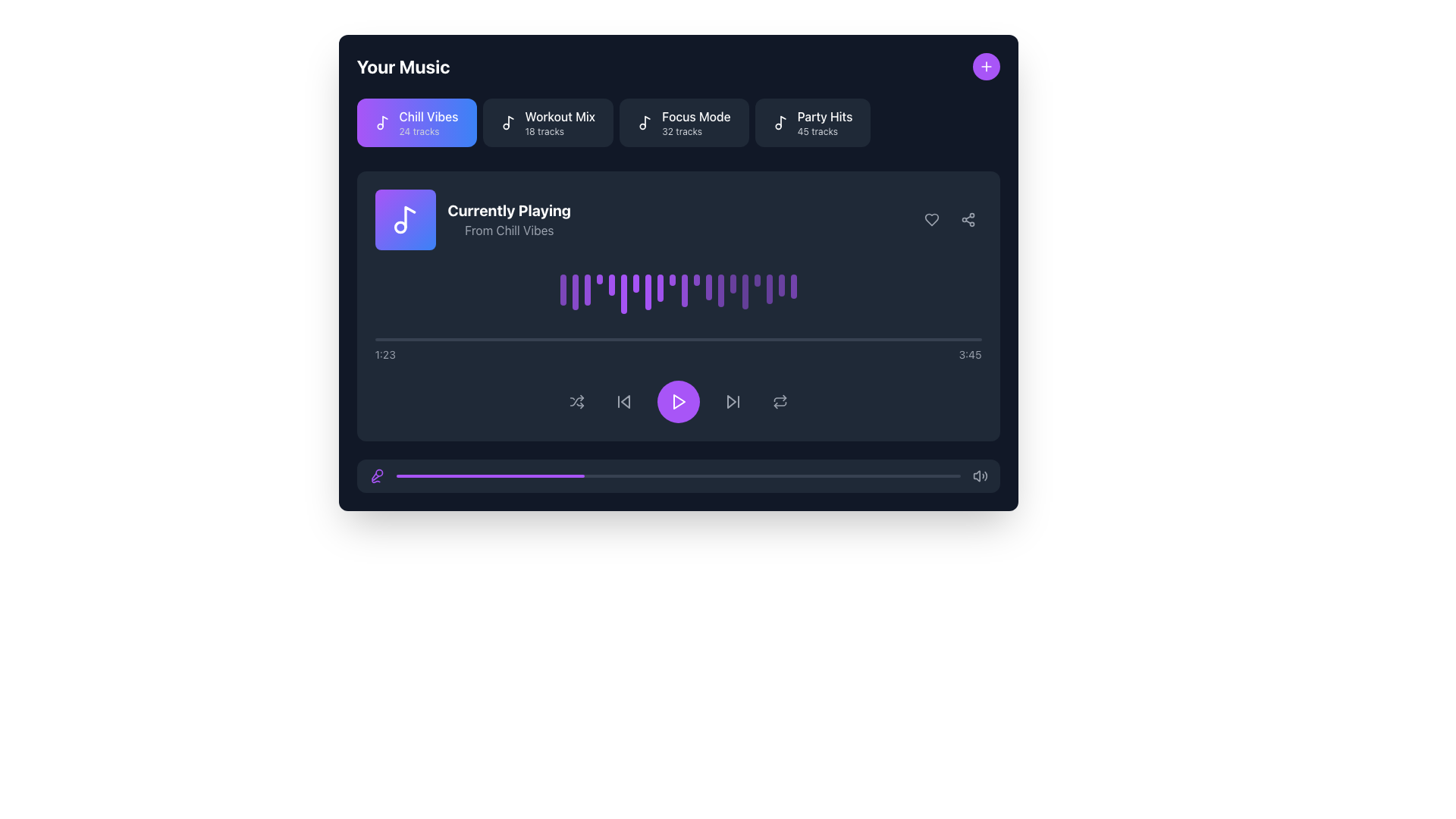 The width and height of the screenshot is (1456, 819). What do you see at coordinates (635, 284) in the screenshot?
I see `the seventh vertical bar of the audio visualizer, which animates to reflect the audio's spectrum or beats, located below the title 'Currently Playing' and above the playback controls` at bounding box center [635, 284].